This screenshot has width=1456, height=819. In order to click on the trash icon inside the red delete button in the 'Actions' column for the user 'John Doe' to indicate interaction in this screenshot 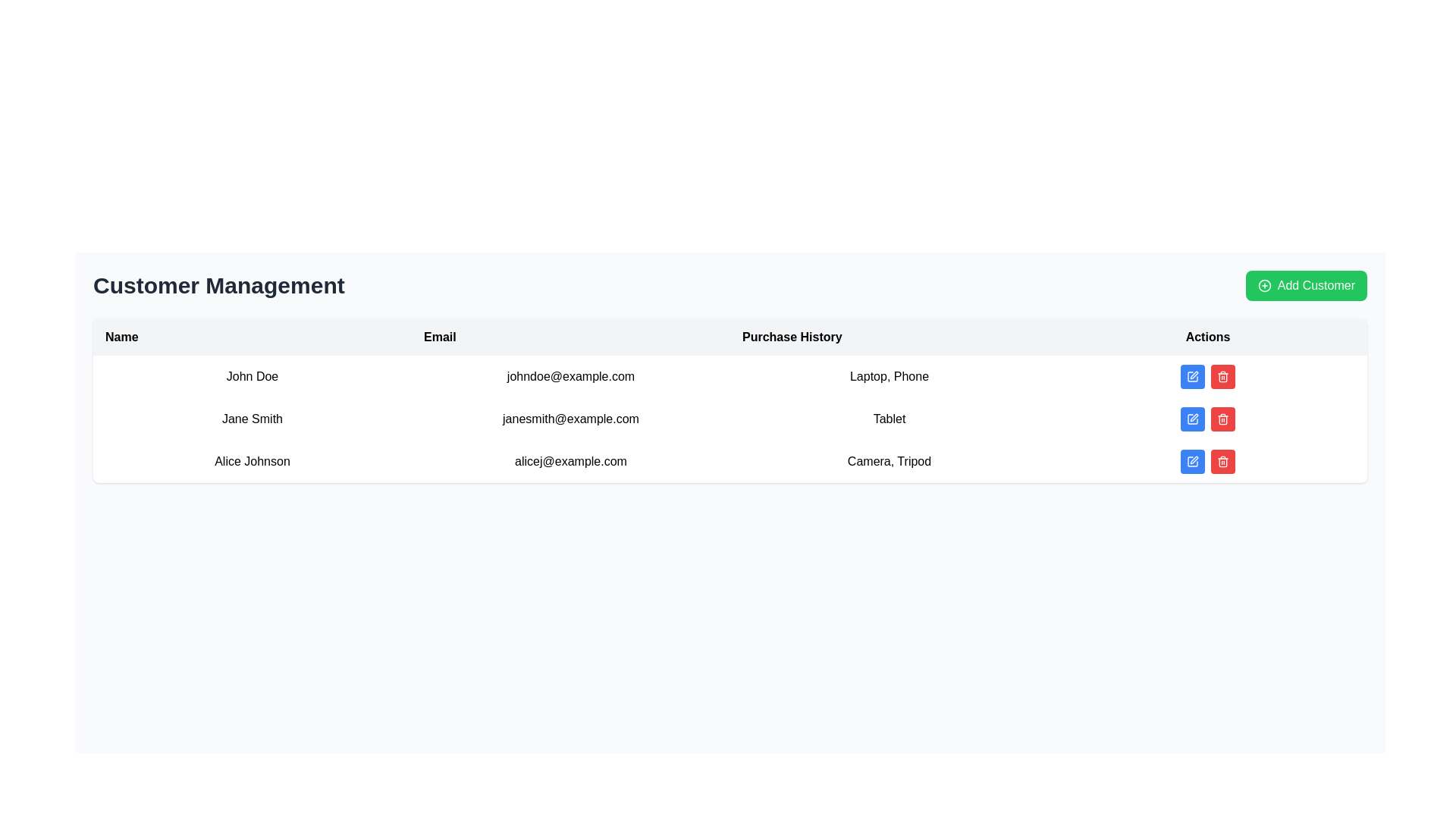, I will do `click(1222, 376)`.